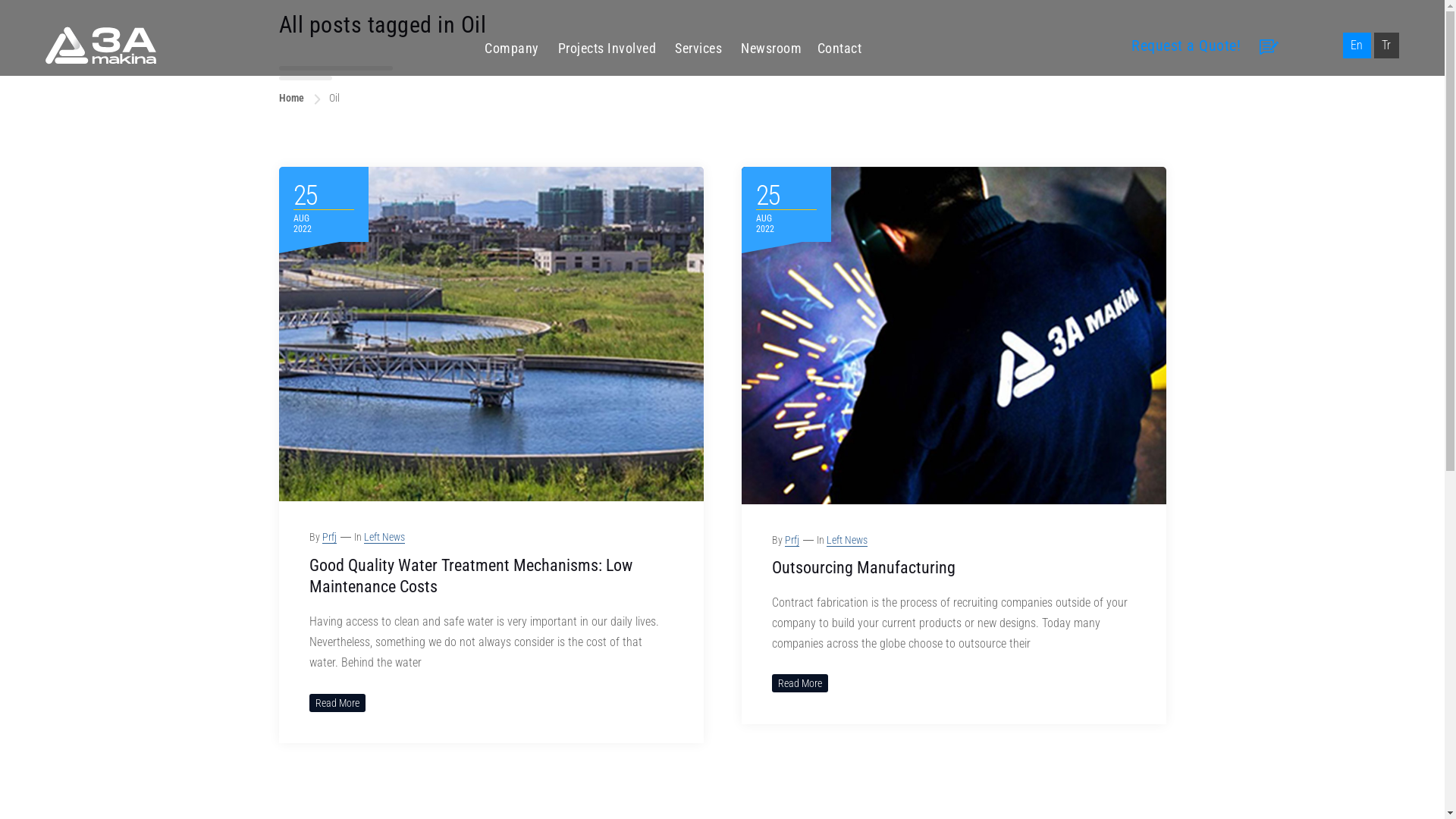 The width and height of the screenshot is (1456, 819). Describe the element at coordinates (512, 48) in the screenshot. I see `'Company'` at that location.